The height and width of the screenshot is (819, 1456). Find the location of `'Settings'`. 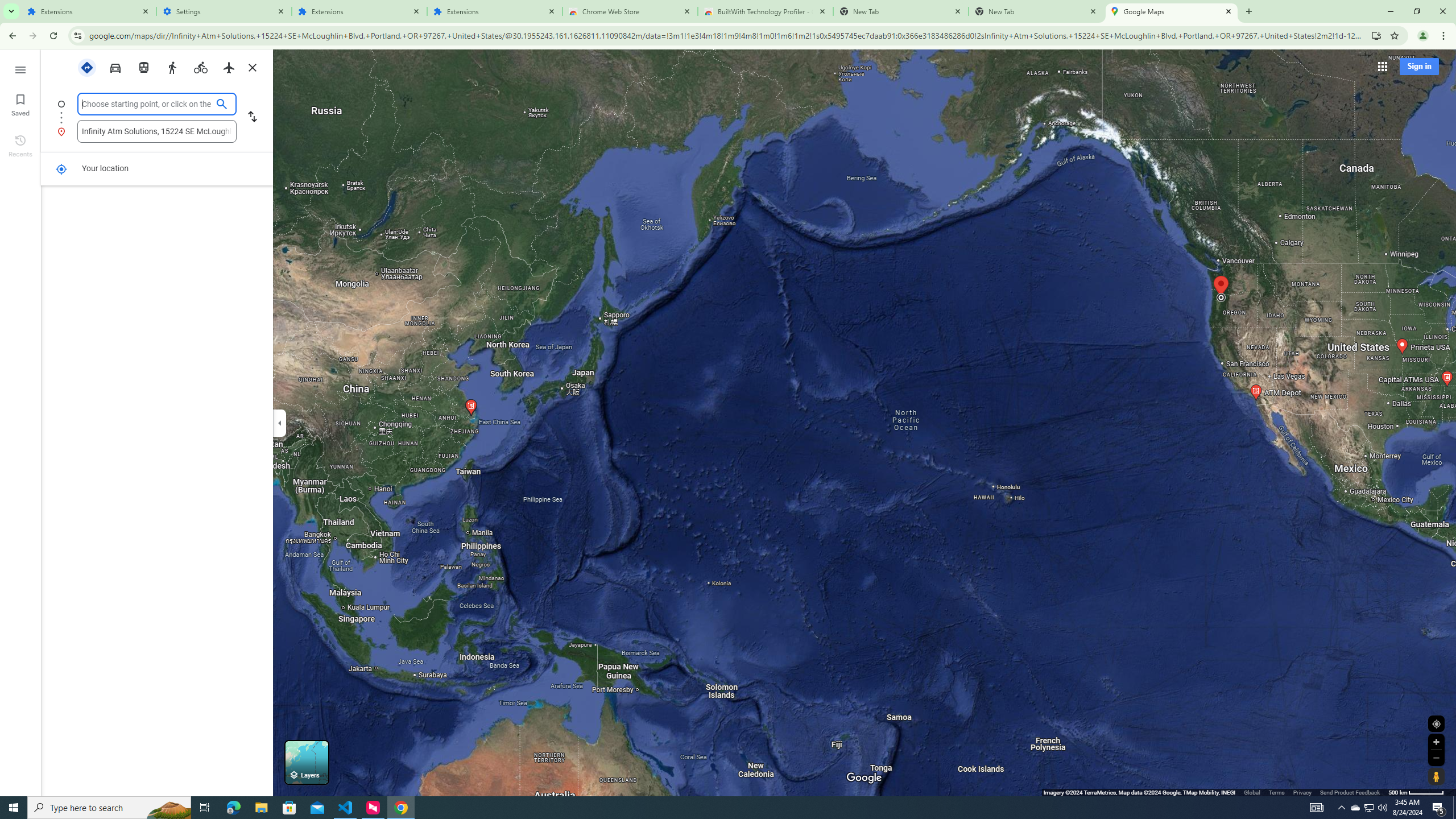

'Settings' is located at coordinates (224, 11).